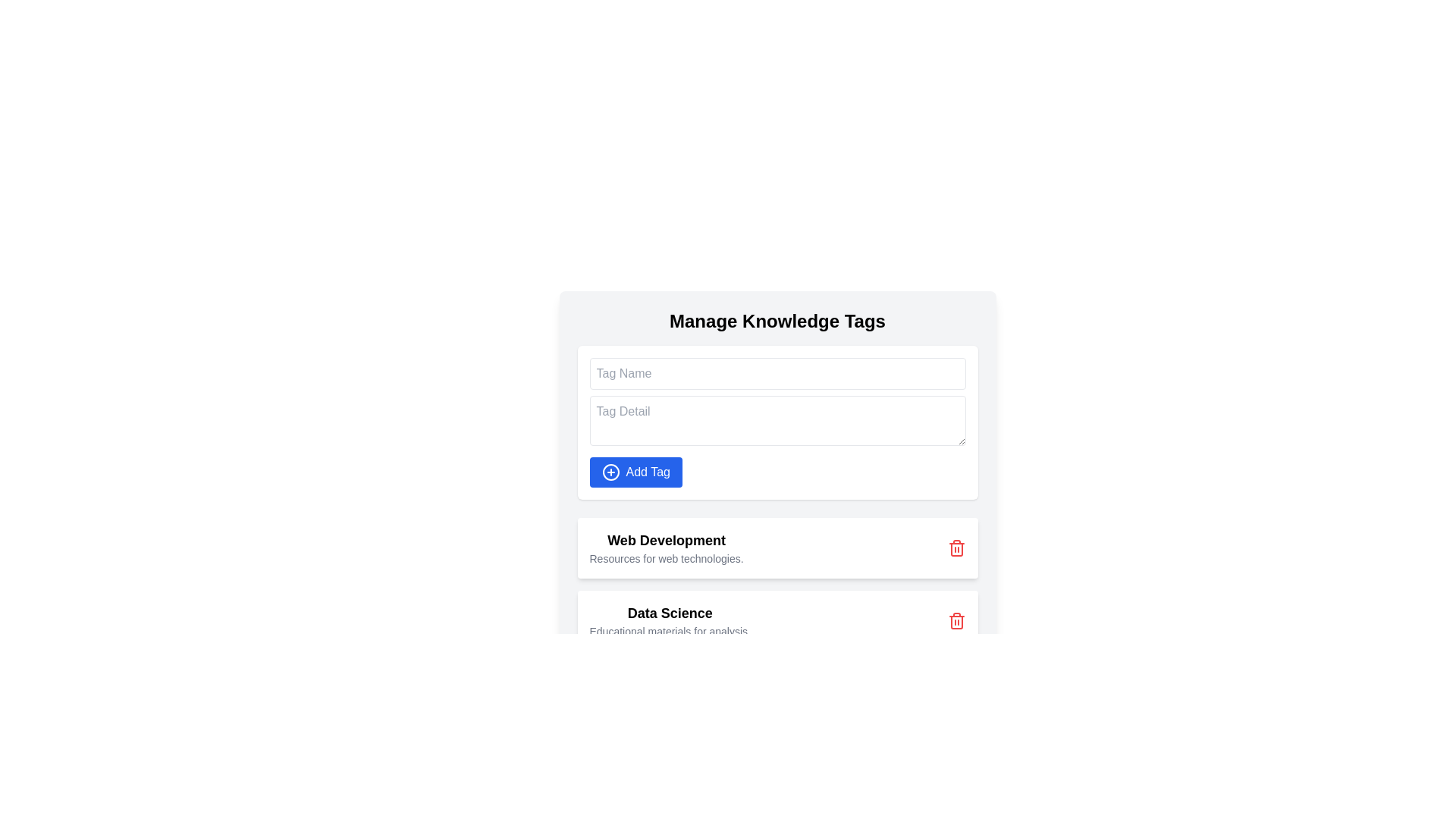 This screenshot has height=819, width=1456. I want to click on the second last card in the knowledge tags list to interact with its elements, so click(777, 584).